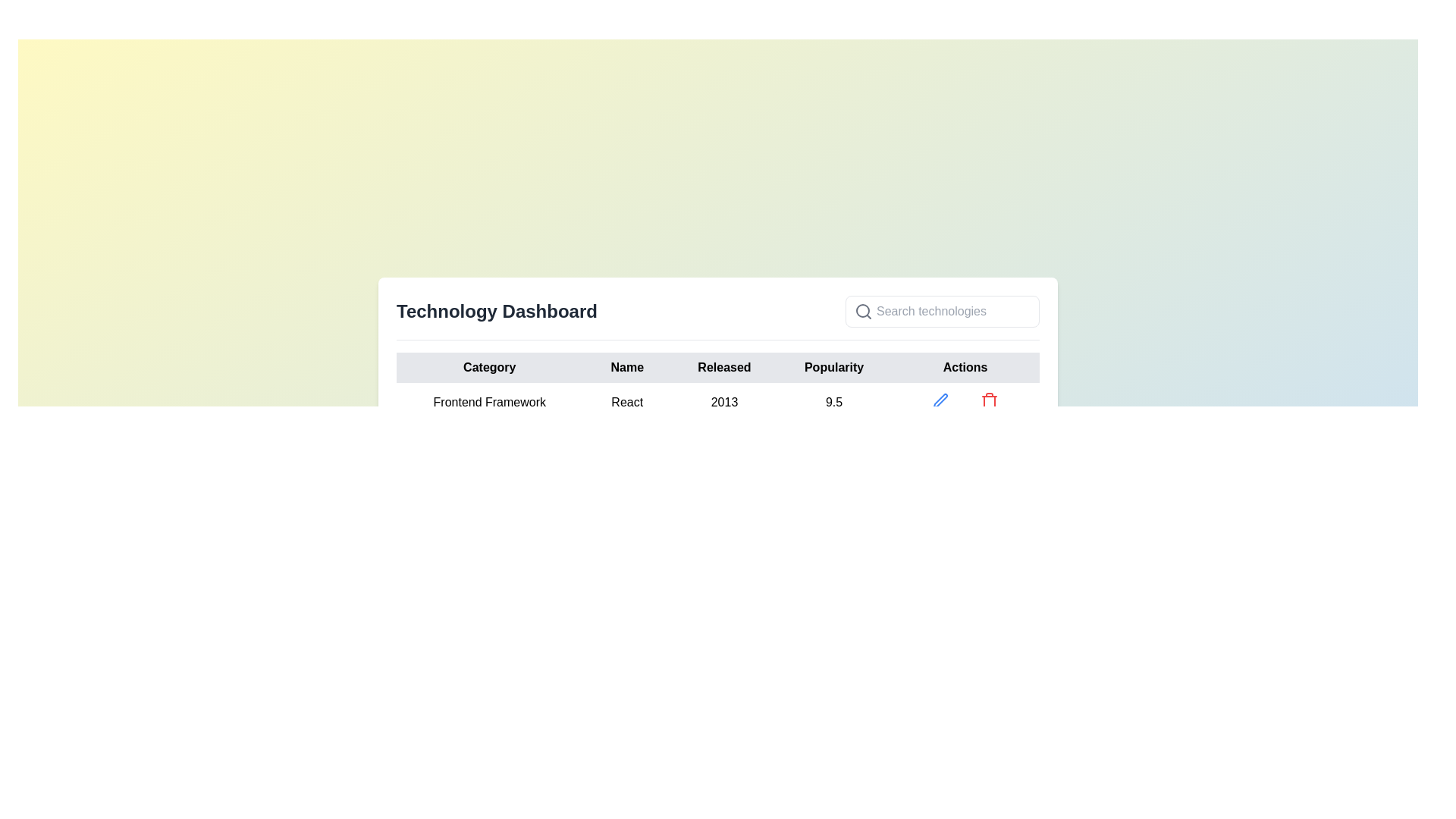 The height and width of the screenshot is (819, 1456). What do you see at coordinates (990, 400) in the screenshot?
I see `the delete button located at the end of the 'Actions' column in the data table` at bounding box center [990, 400].